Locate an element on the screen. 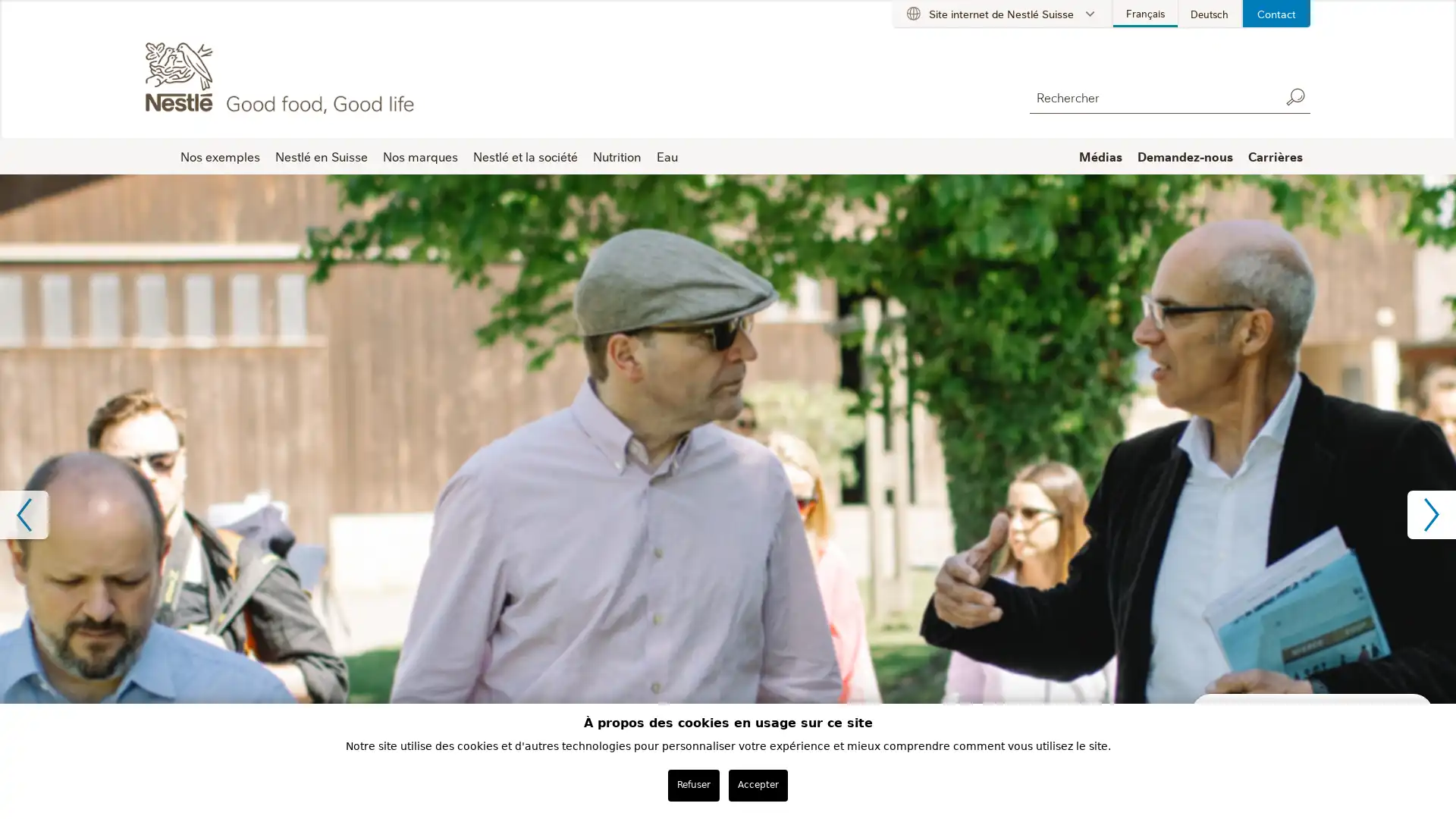 Image resolution: width=1456 pixels, height=819 pixels. Refuser is located at coordinates (693, 784).